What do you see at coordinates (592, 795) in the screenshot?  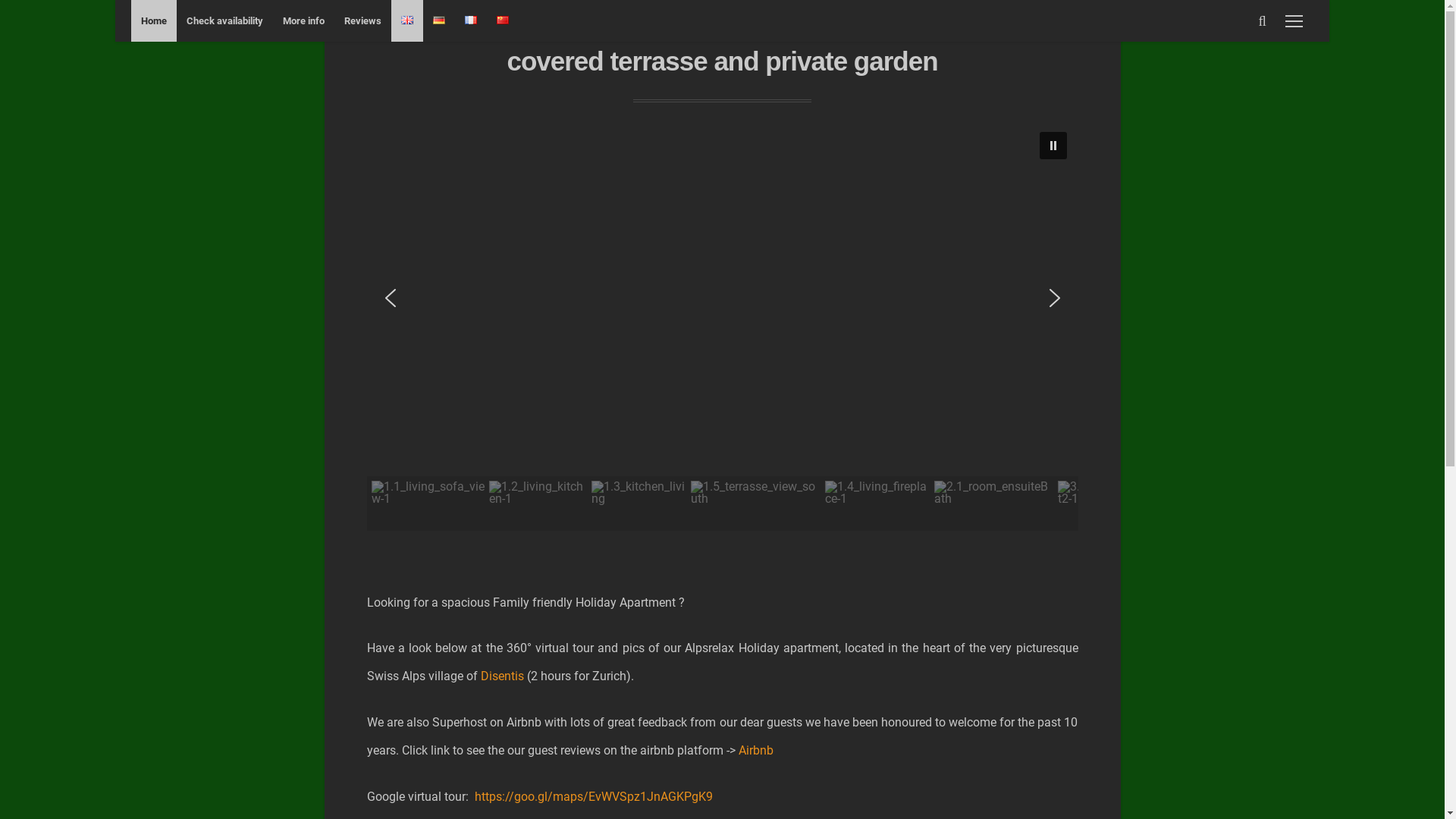 I see `'https://goo.gl/maps/EvWVSpz1JnAGKPgK9'` at bounding box center [592, 795].